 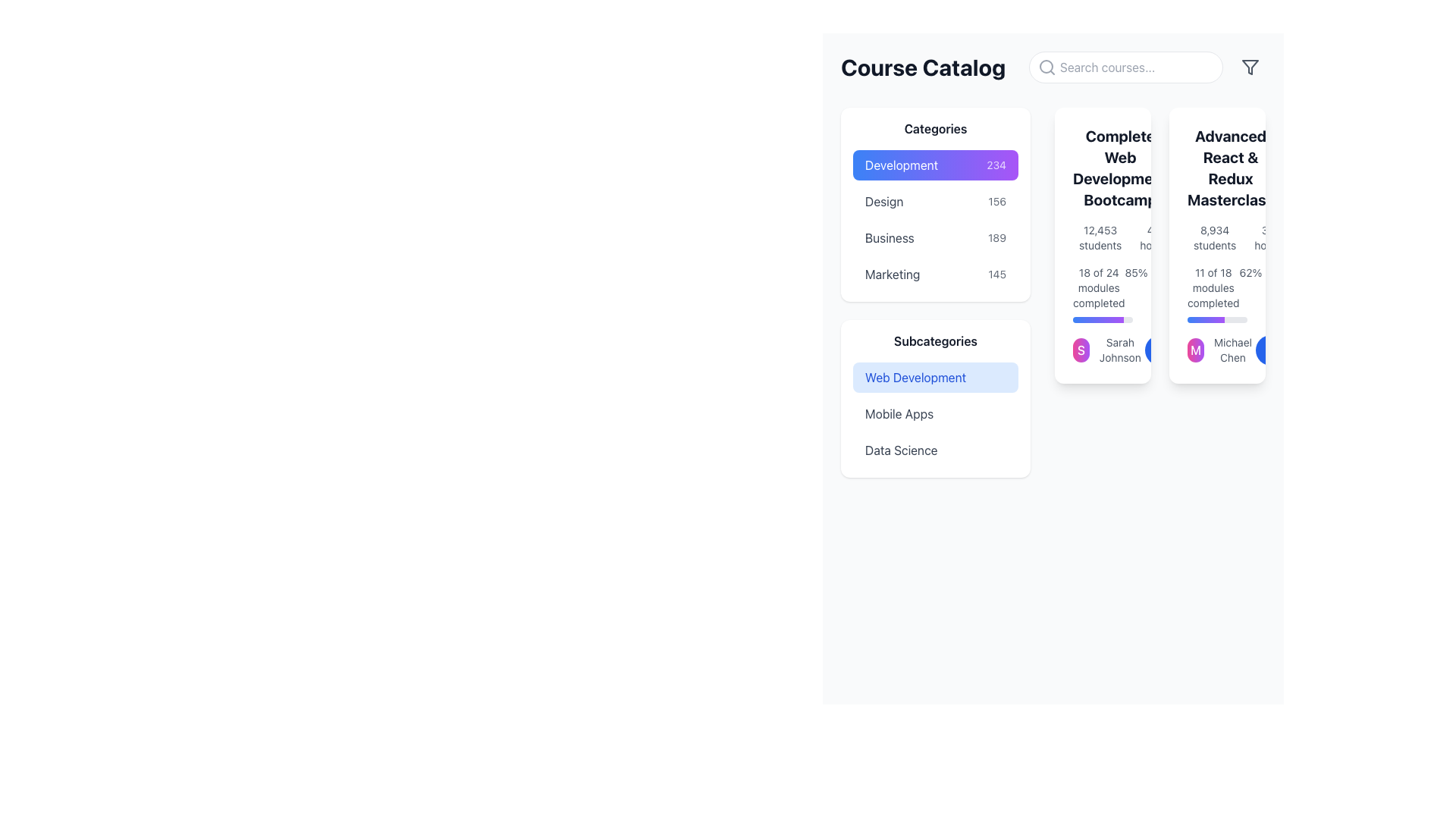 What do you see at coordinates (1217, 288) in the screenshot?
I see `the text label displaying the status of completed modules and progress percentage, which shows '11 of 18 modules completed' and '62%', located in the detailed section of the course card` at bounding box center [1217, 288].